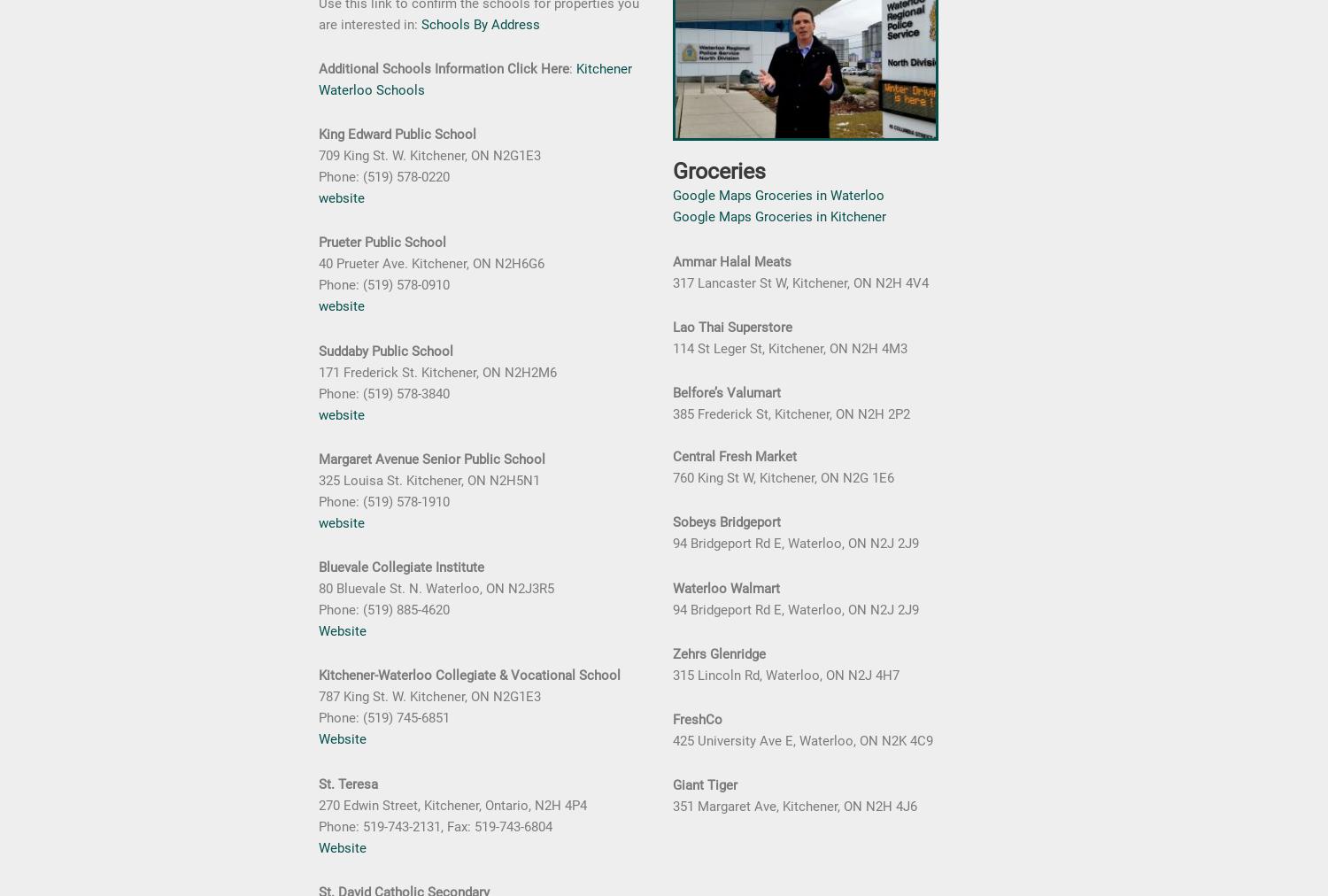 The height and width of the screenshot is (896, 1328). Describe the element at coordinates (436, 588) in the screenshot. I see `'80 Bluevale St. N. Waterloo, ON N2J3R5'` at that location.